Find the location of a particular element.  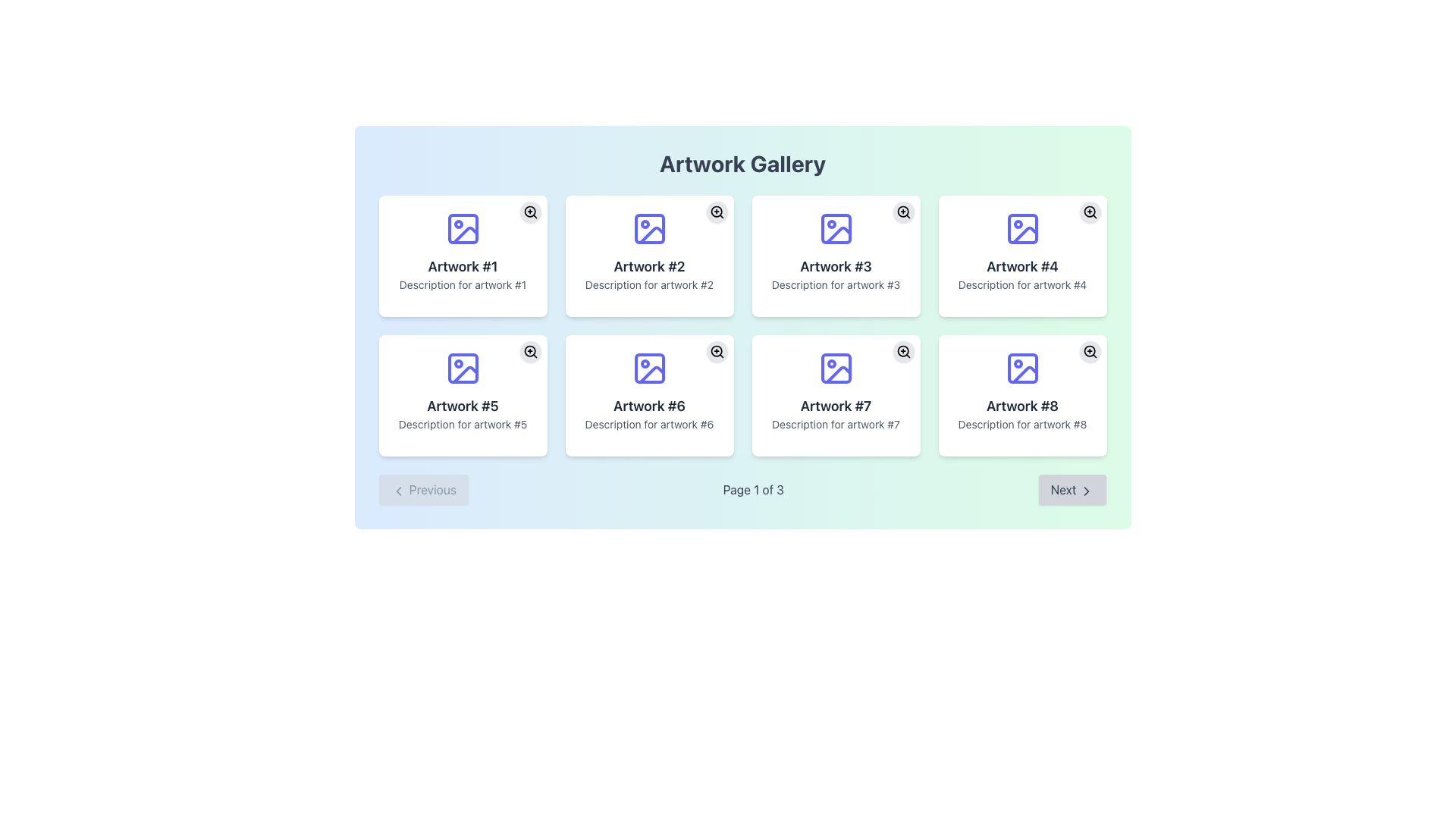

the SVG Circle located at the top-right corner of the 'Artwork #6' card, which may represent an auxiliary feature such as zoom-in or details is located at coordinates (715, 351).